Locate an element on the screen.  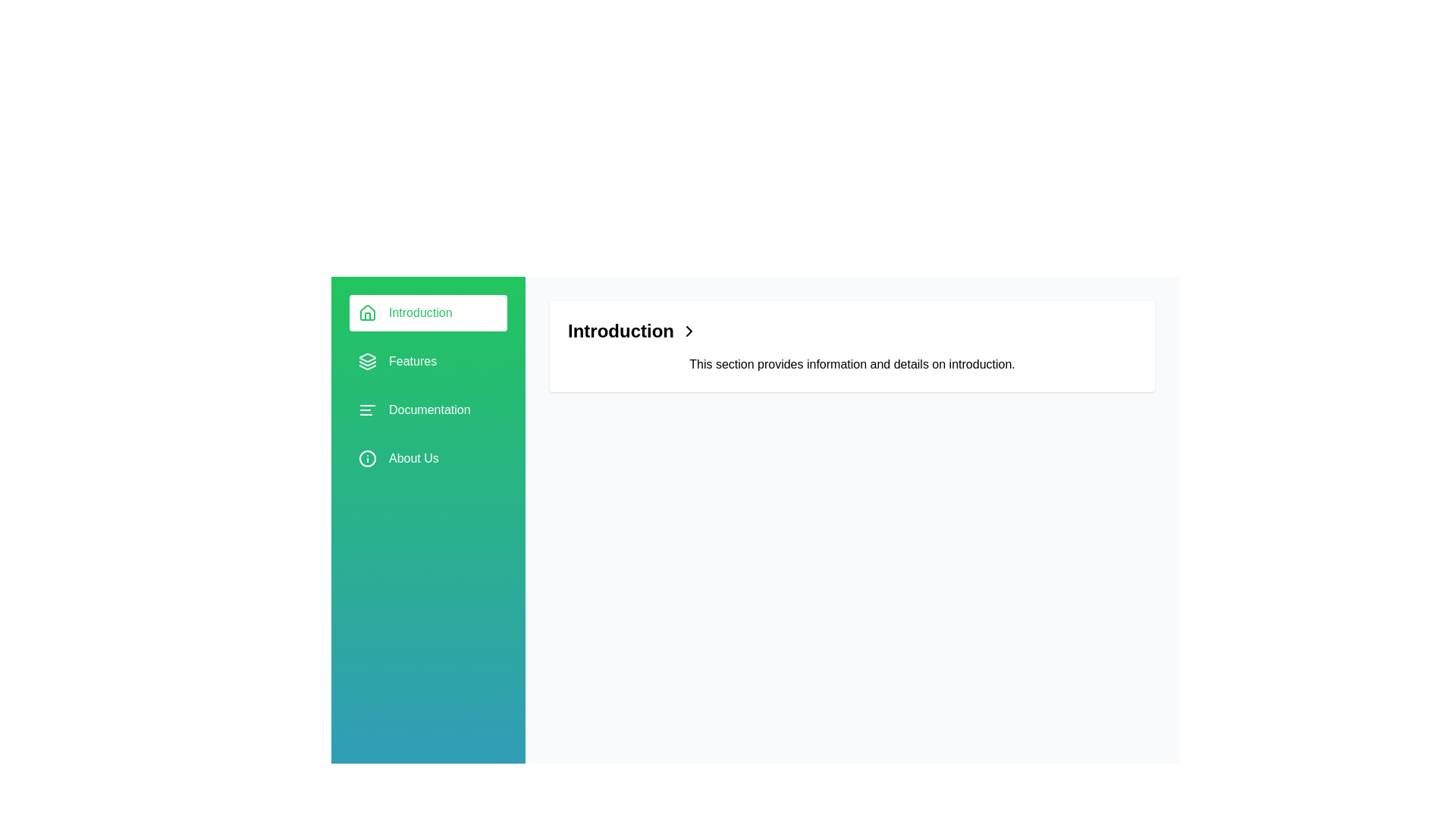
the stack-like icon located in the green sidebar, next to the text 'Features' in the vertical navigation menu is located at coordinates (367, 362).